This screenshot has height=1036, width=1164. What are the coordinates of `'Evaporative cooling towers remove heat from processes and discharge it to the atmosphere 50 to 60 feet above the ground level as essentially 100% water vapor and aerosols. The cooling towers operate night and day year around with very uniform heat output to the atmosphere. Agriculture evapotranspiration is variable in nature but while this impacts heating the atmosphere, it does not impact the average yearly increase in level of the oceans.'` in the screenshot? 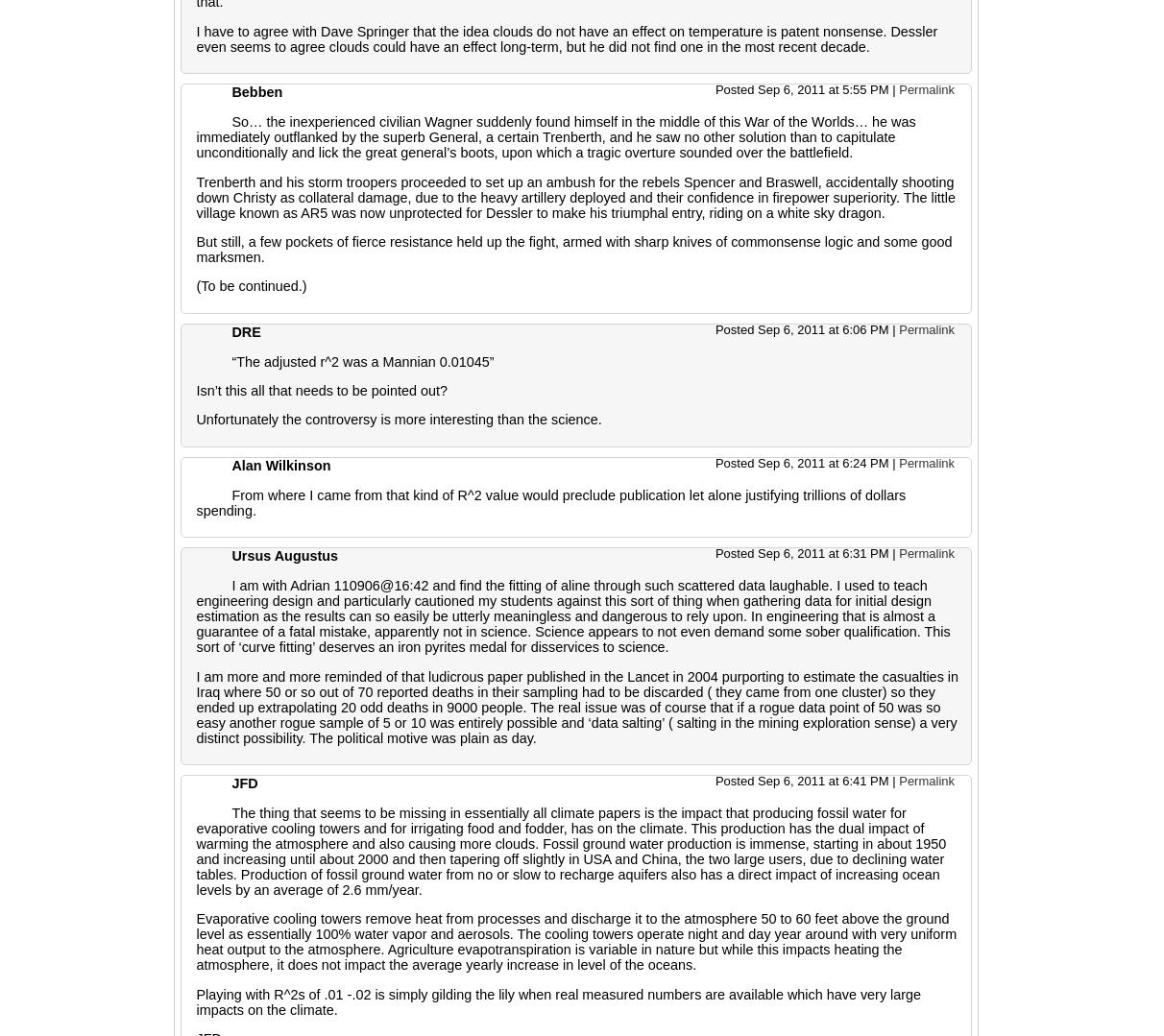 It's located at (194, 941).